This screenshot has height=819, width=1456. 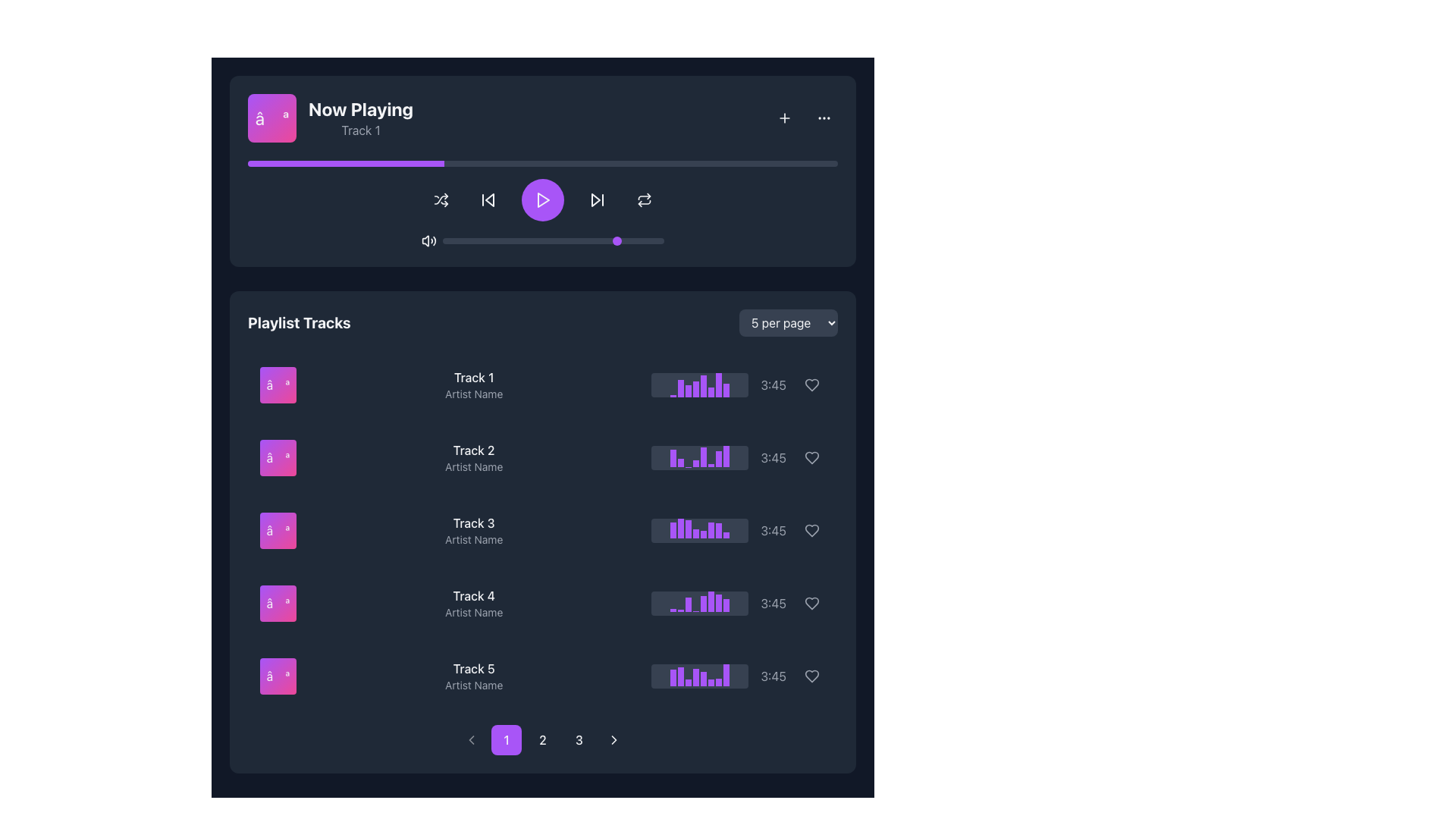 What do you see at coordinates (811, 529) in the screenshot?
I see `the heart-shaped icon button located to the right of the text '3:45'` at bounding box center [811, 529].